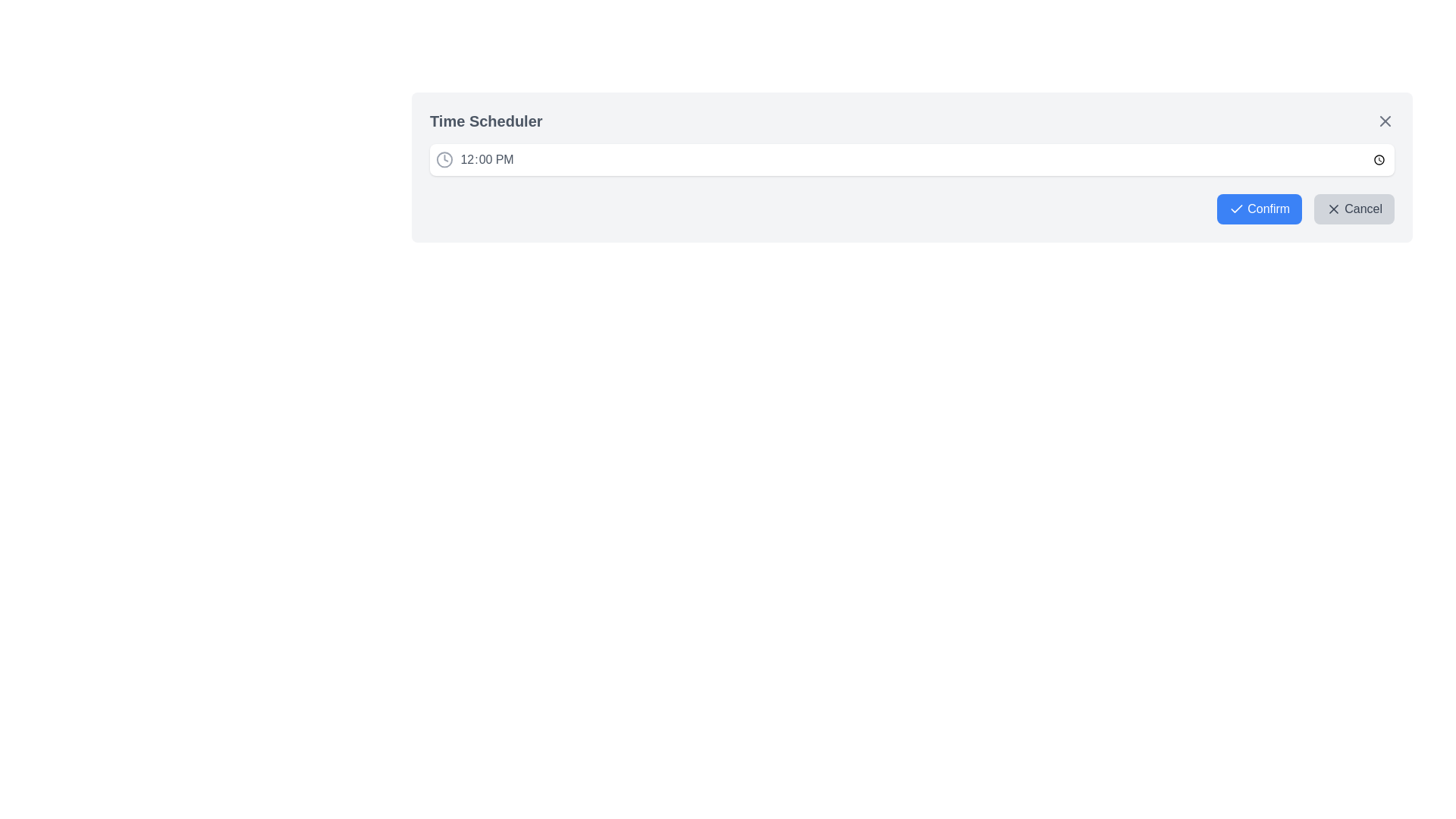  What do you see at coordinates (1385, 120) in the screenshot?
I see `the close button located in the top-right corner of the 'Time Scheduler' section to darken its appearance` at bounding box center [1385, 120].